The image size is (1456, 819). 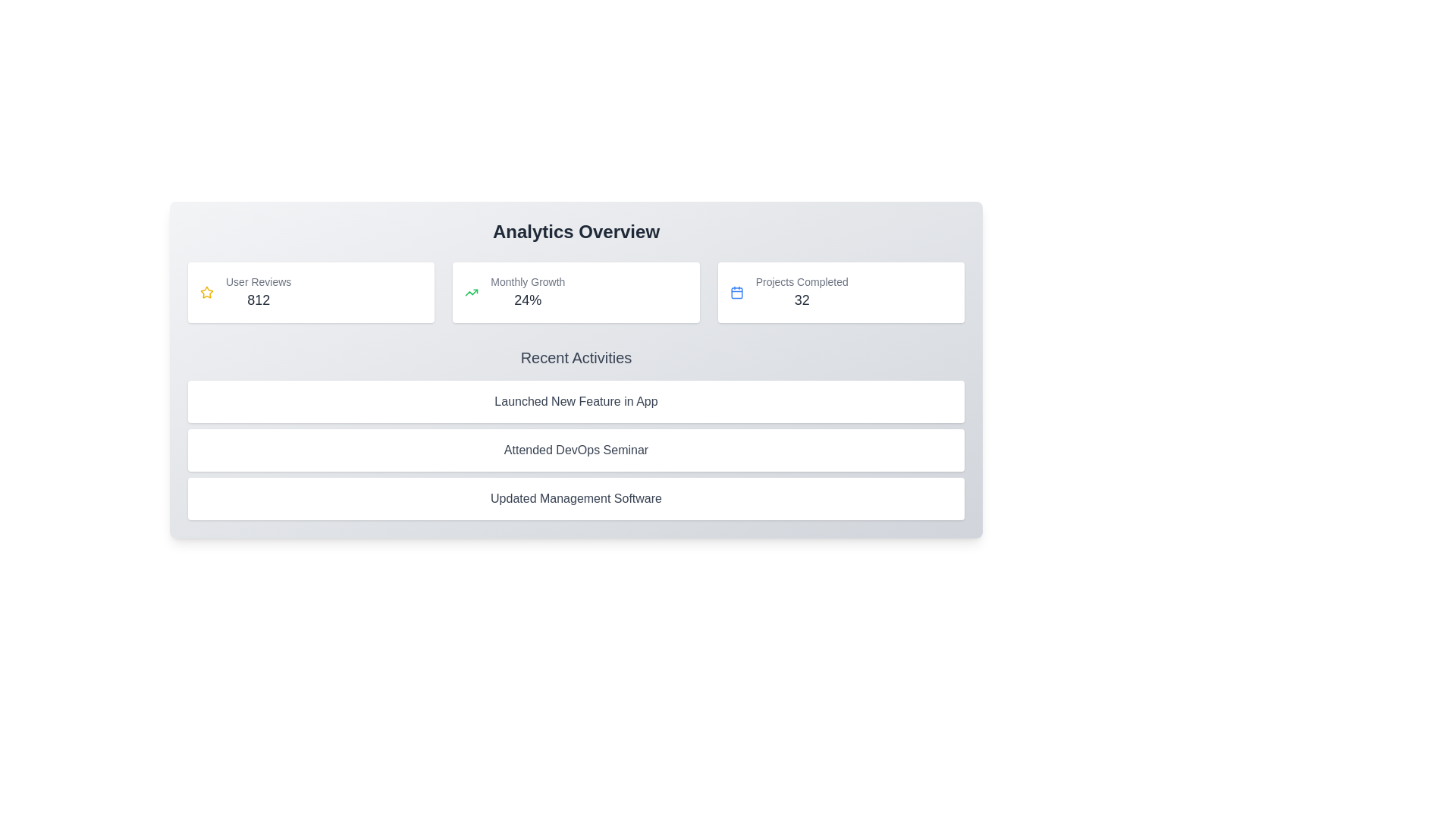 I want to click on the static text display that shows 'Updated Management Software', which is the last item in the 'Recent Activities' list, so click(x=575, y=499).